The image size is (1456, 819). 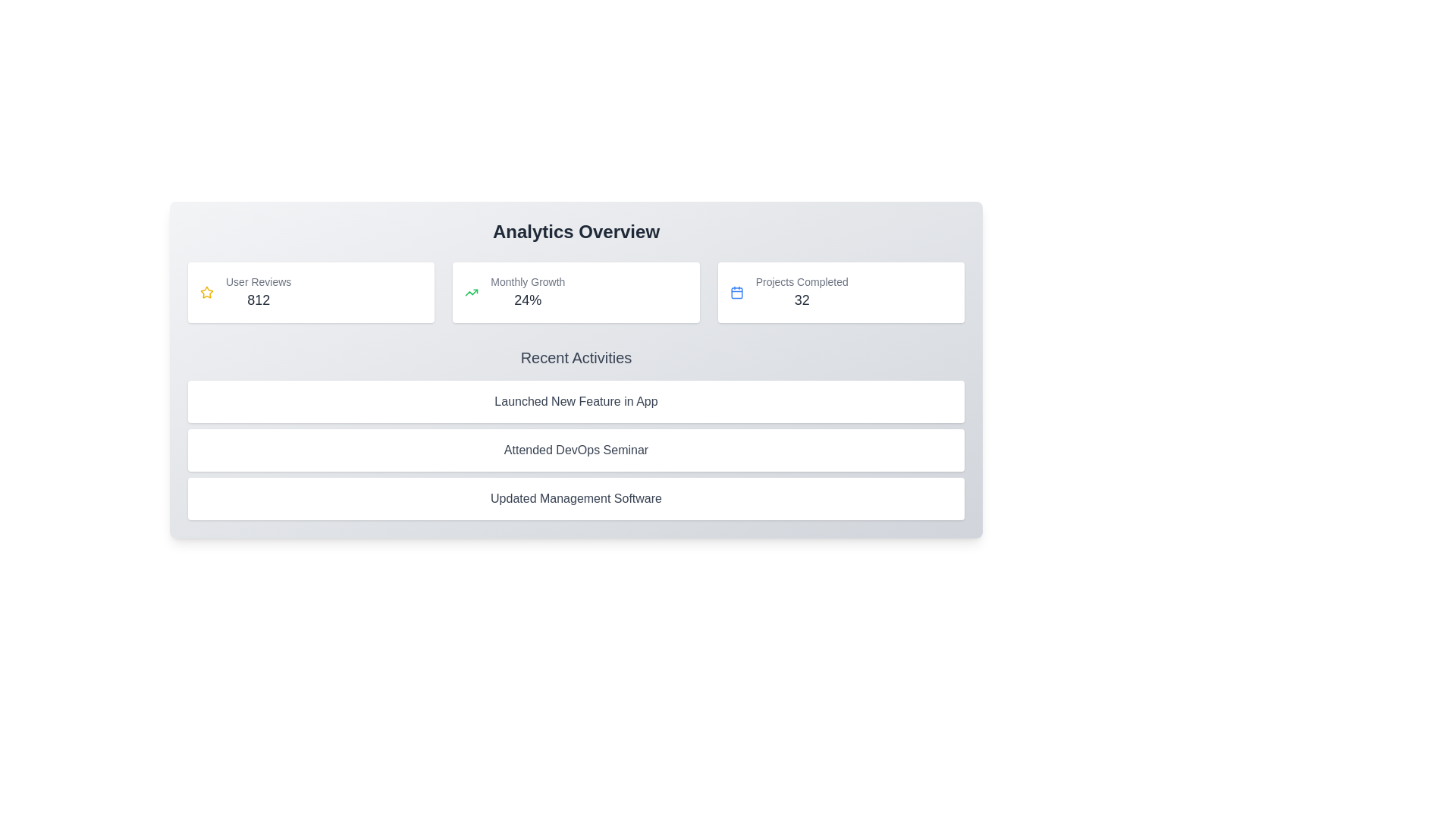 I want to click on the static text display that shows 'Updated Management Software', which is the last item in the 'Recent Activities' list, so click(x=575, y=499).